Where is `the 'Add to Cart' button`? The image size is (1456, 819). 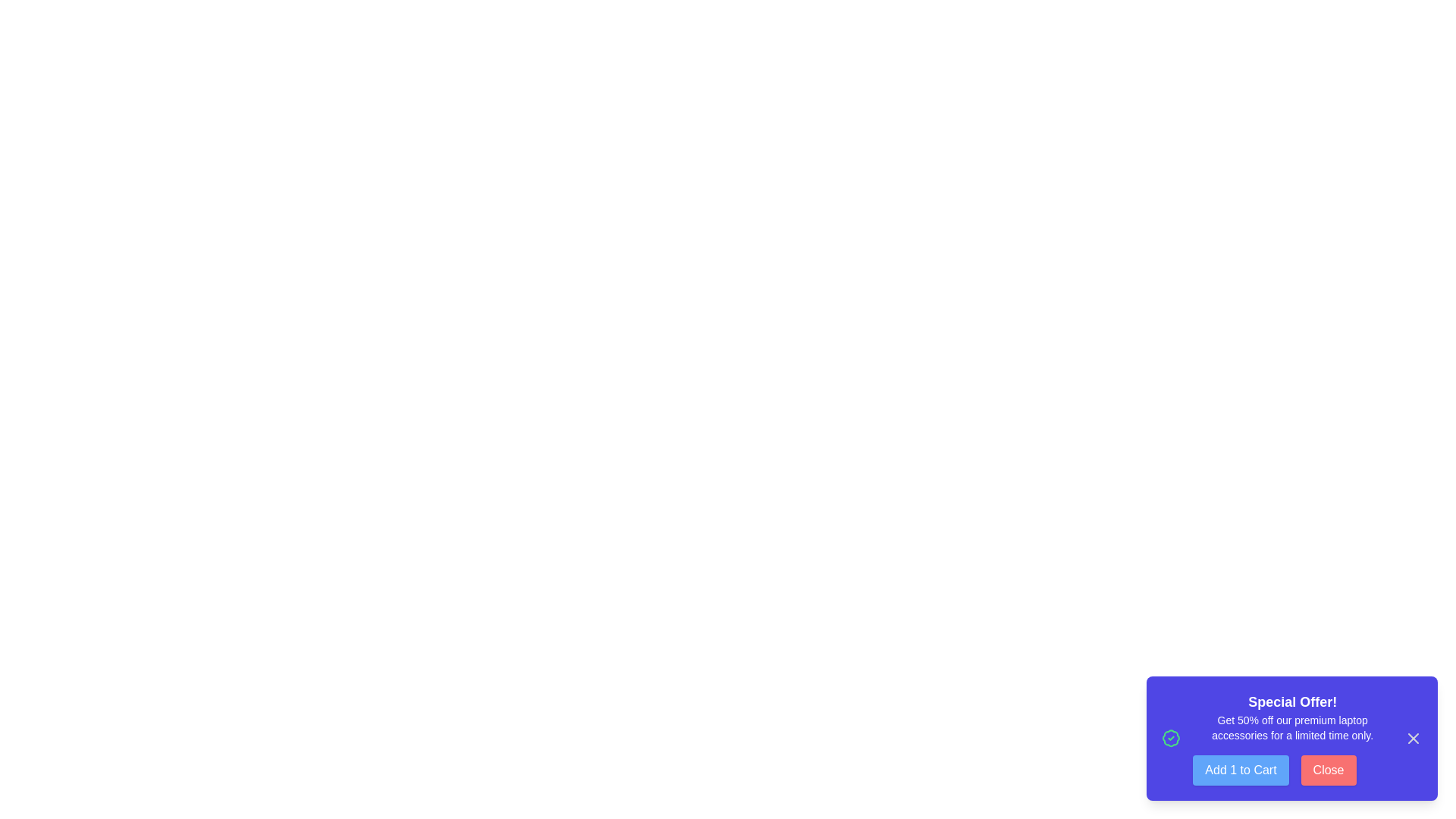 the 'Add to Cart' button is located at coordinates (1241, 770).